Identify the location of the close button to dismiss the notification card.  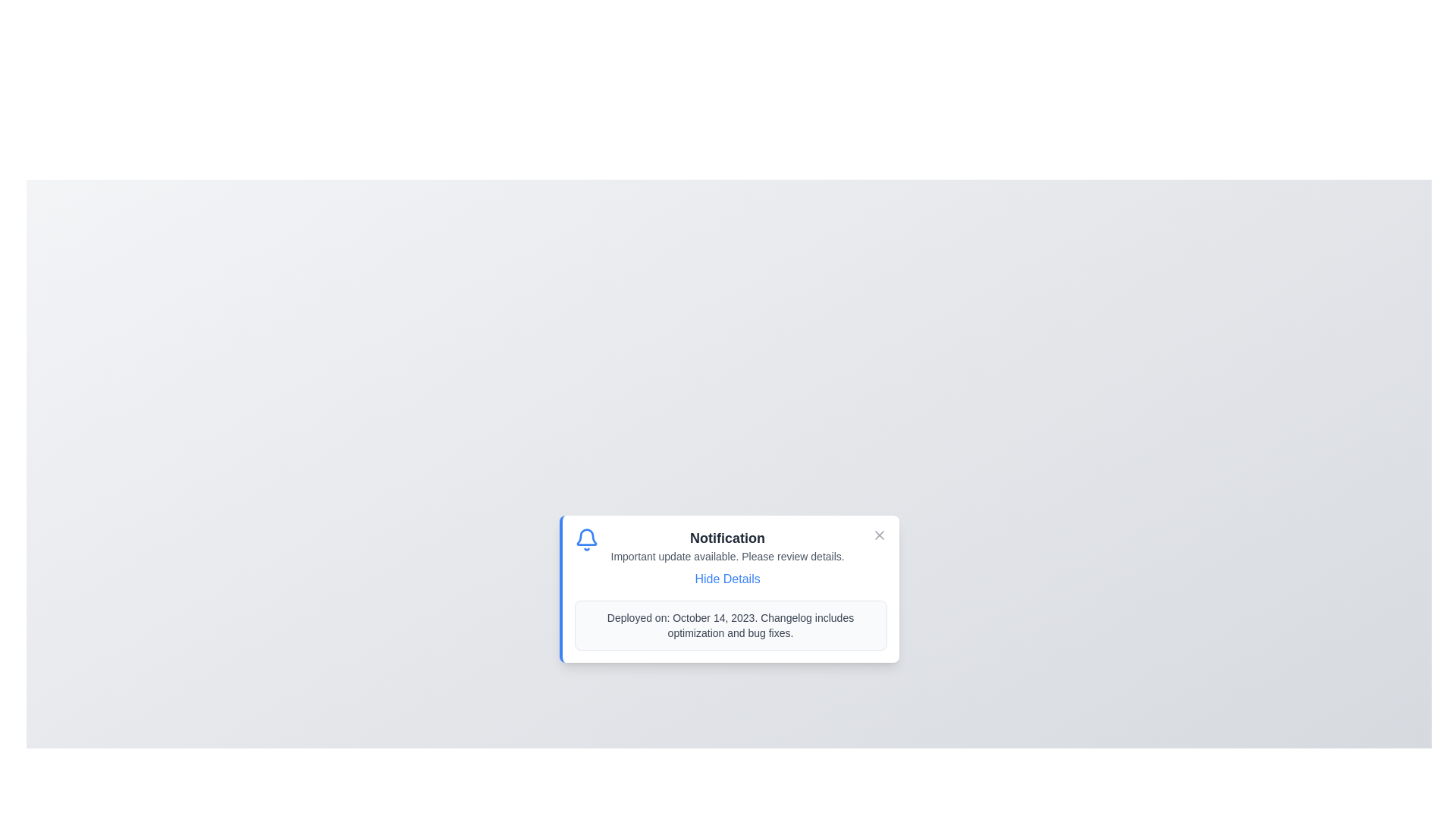
(879, 534).